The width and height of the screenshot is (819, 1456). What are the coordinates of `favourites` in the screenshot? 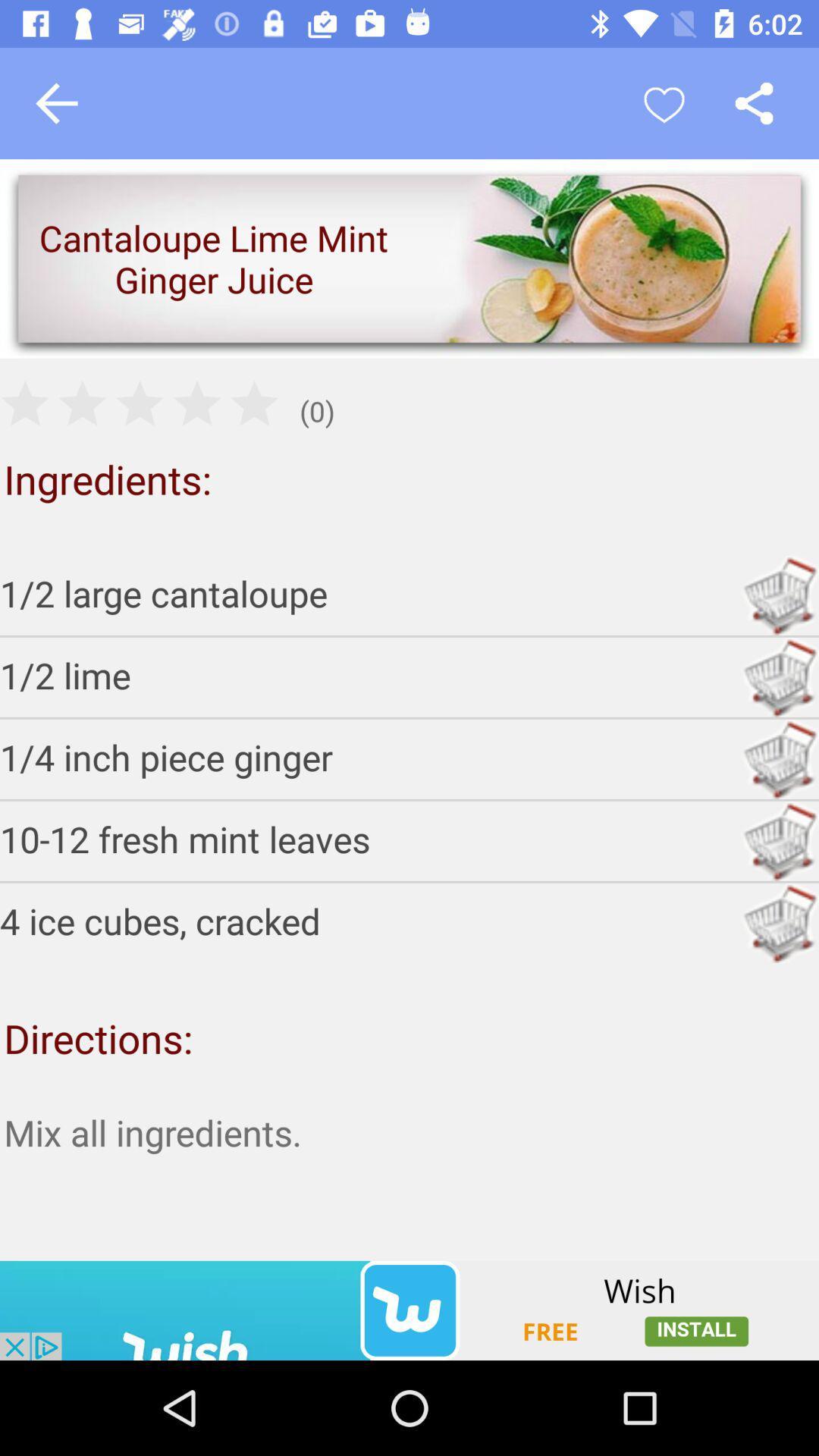 It's located at (663, 102).